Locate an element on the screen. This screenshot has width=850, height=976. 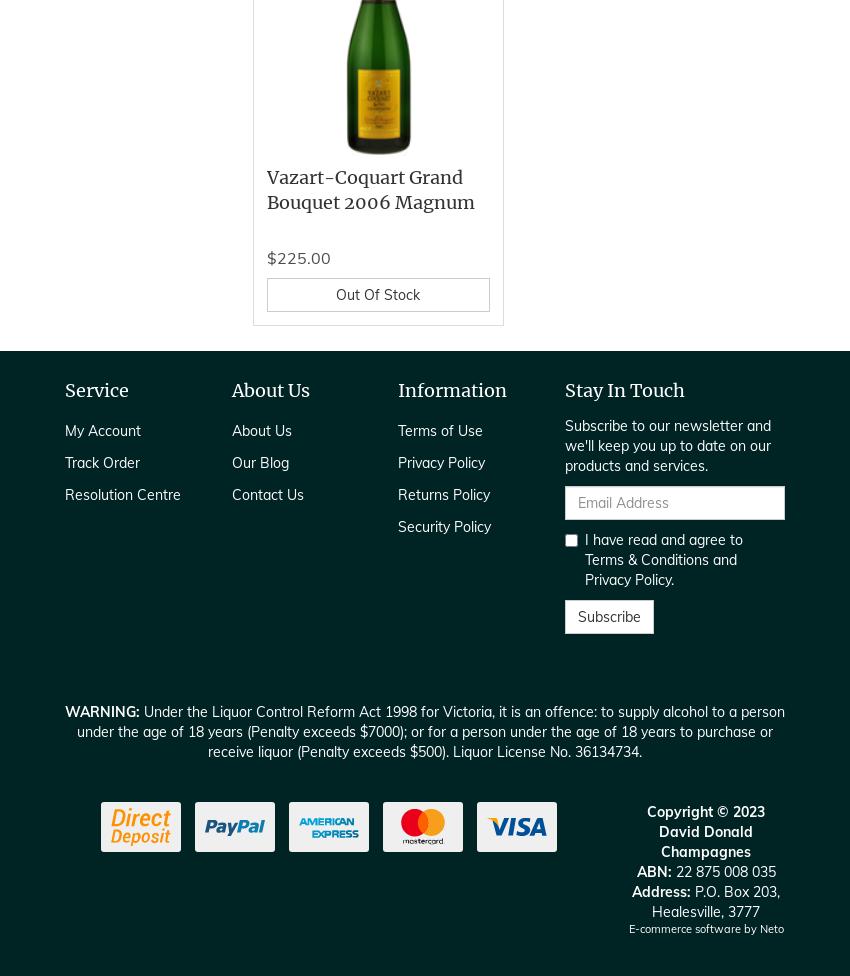
'ABN:' is located at coordinates (653, 870).